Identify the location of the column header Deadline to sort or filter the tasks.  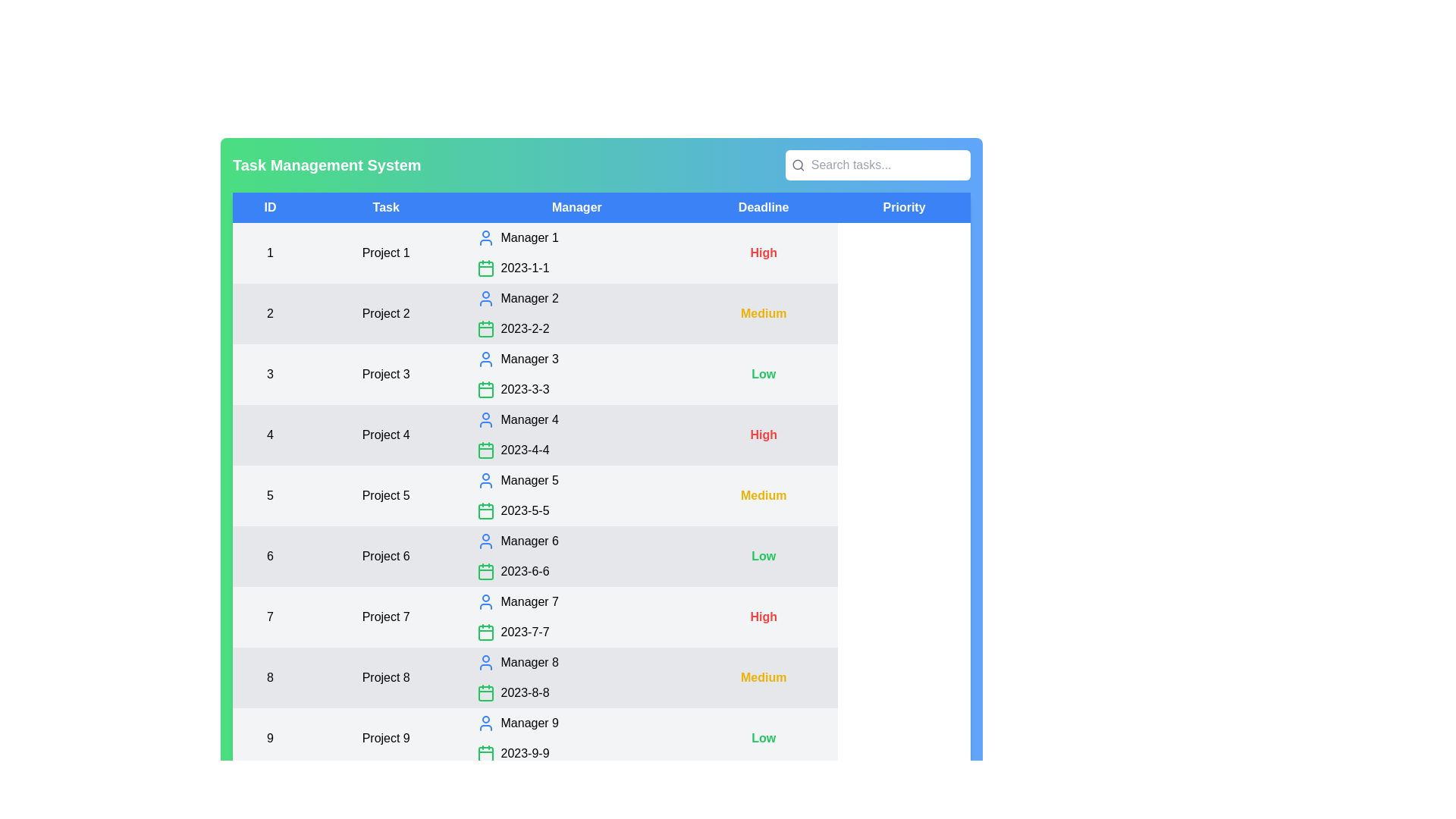
(764, 207).